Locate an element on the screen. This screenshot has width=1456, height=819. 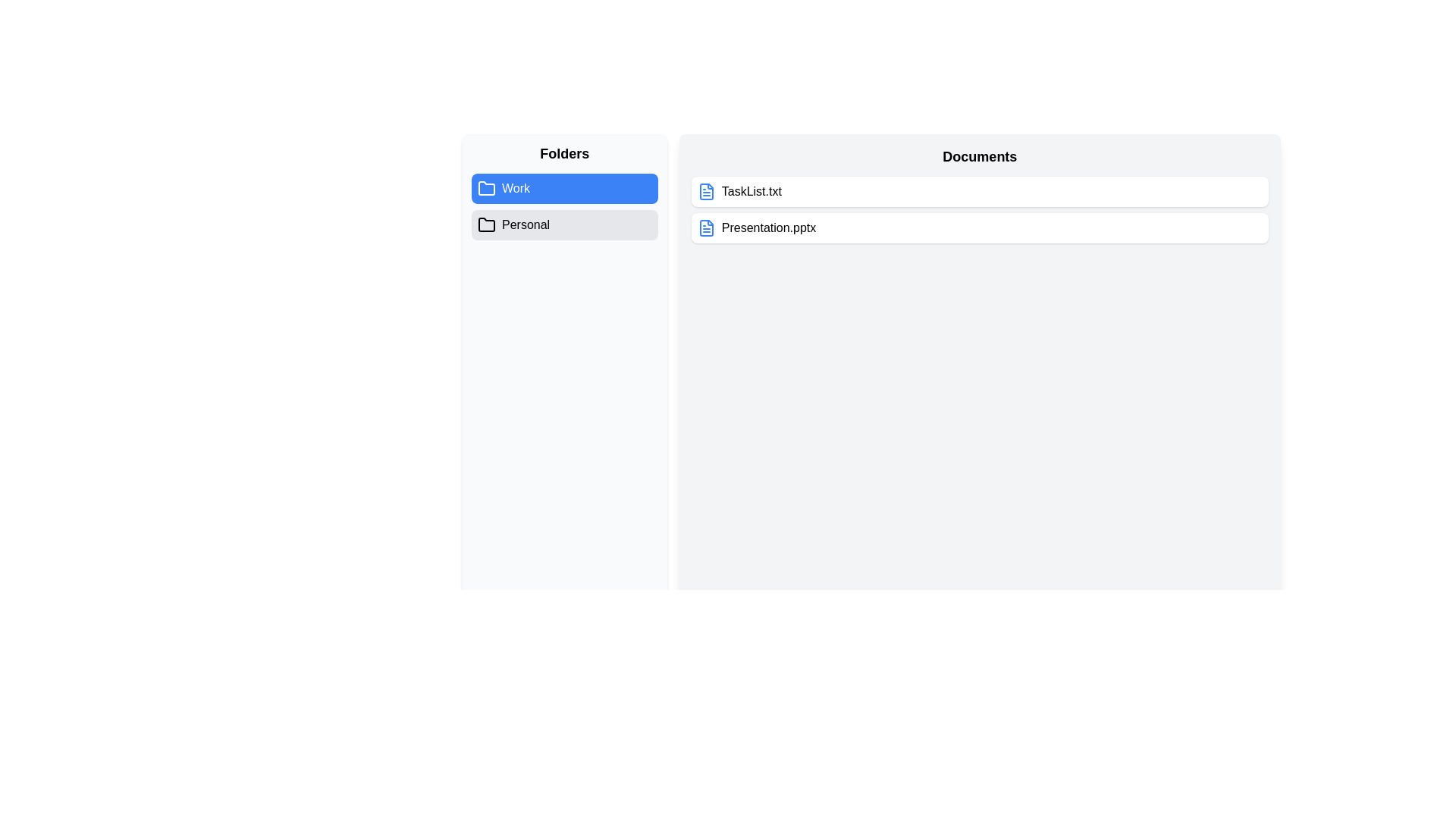
the Header text located at the top of the sidebar section on the left side of the user interface, which indicates that the section contains folder-related items is located at coordinates (563, 154).